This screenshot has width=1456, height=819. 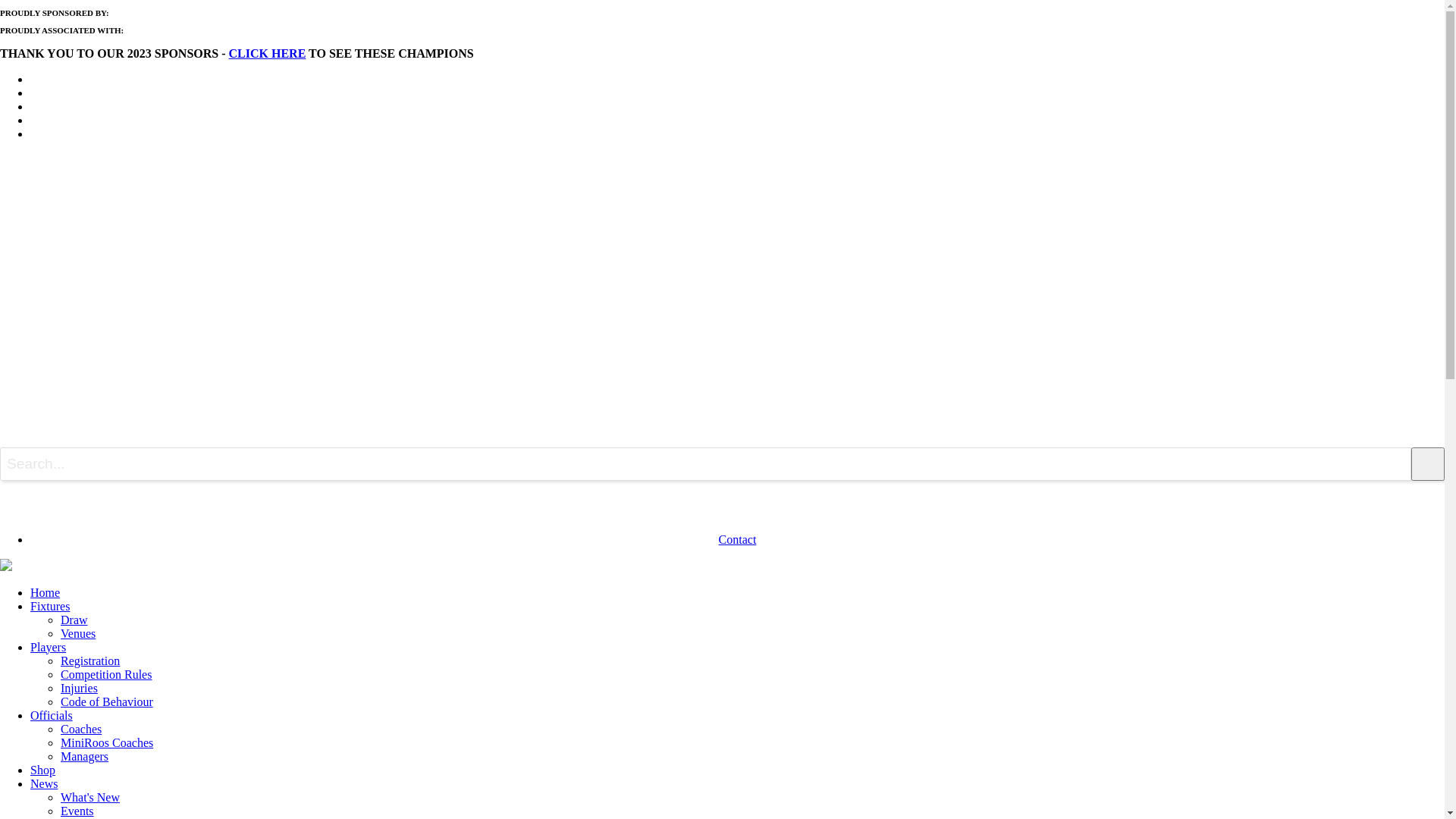 I want to click on 'Injuries', so click(x=78, y=688).